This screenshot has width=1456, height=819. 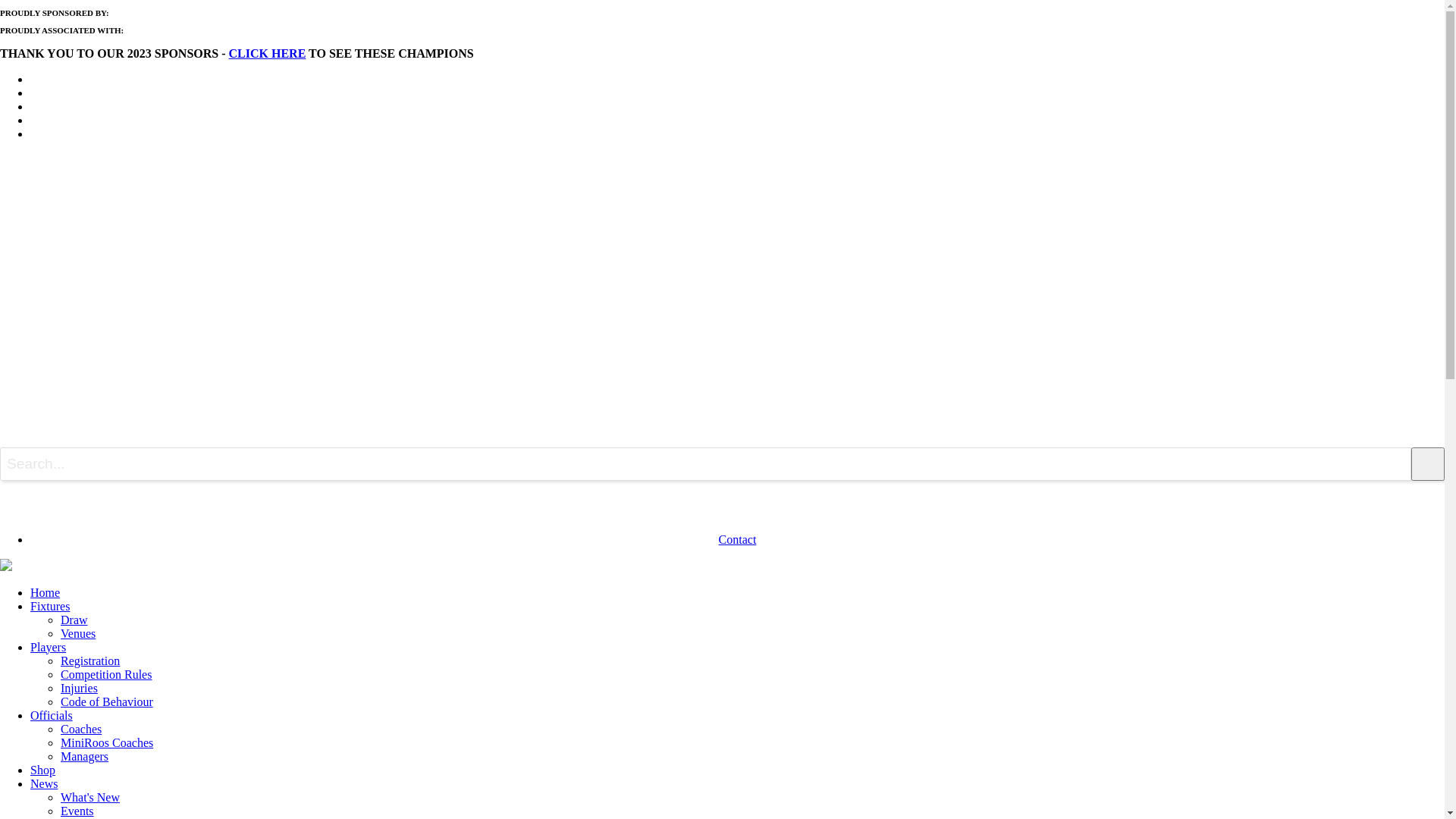 I want to click on 'Injuries', so click(x=78, y=688).